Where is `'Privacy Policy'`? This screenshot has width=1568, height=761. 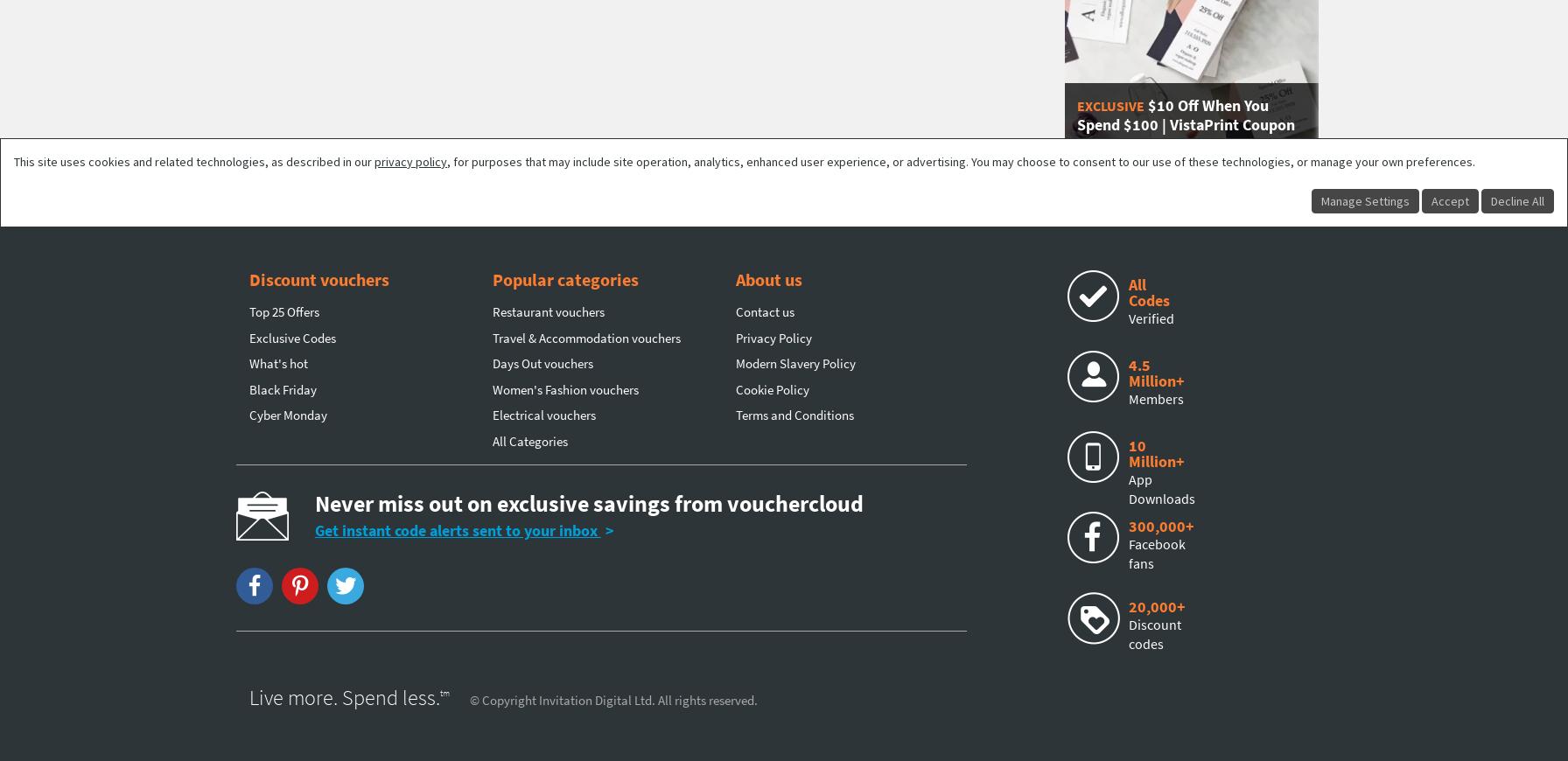 'Privacy Policy' is located at coordinates (773, 337).